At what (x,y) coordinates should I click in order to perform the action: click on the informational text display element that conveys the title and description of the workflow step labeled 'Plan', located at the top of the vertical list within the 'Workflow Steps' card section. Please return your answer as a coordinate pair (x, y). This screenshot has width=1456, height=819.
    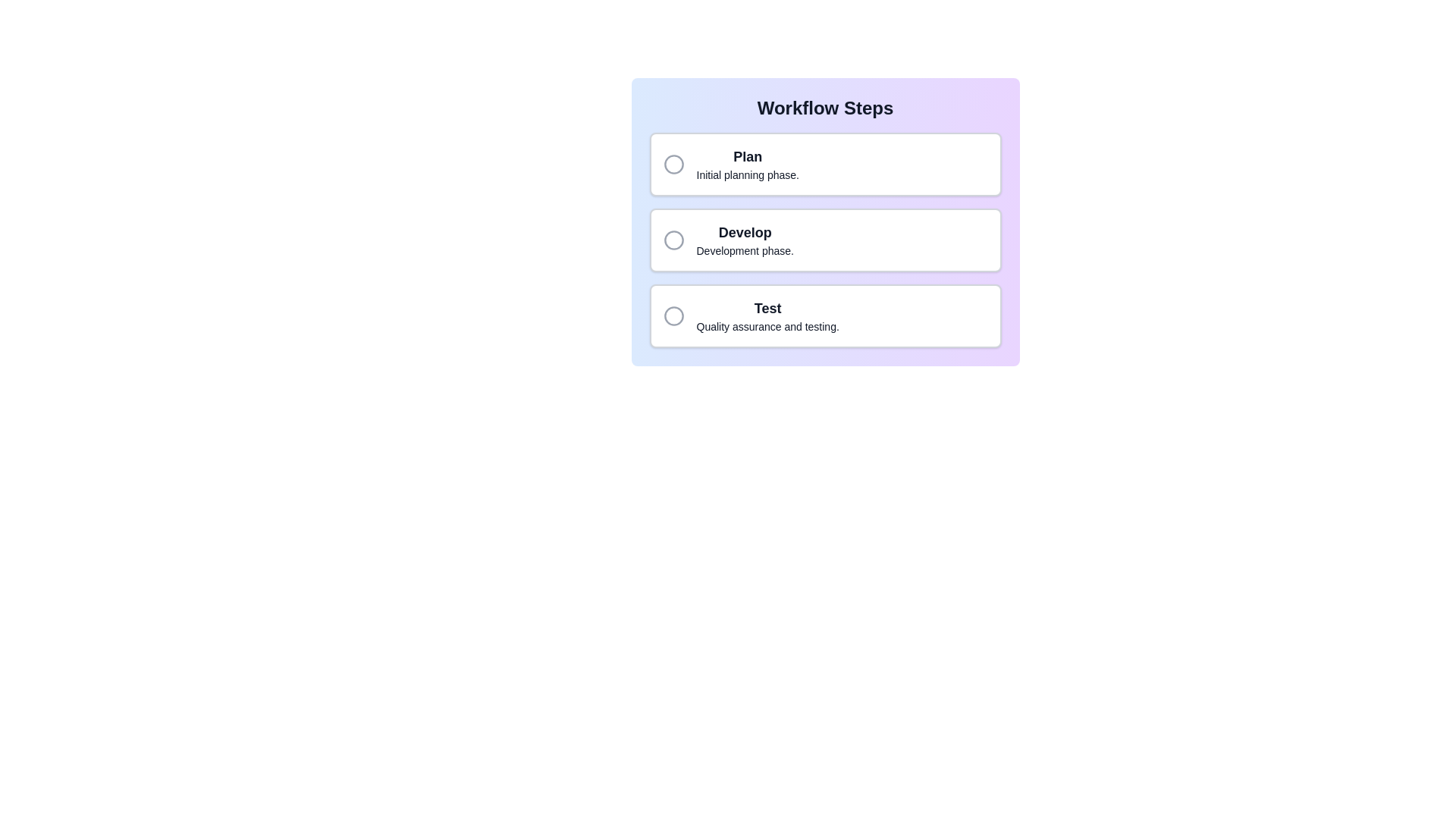
    Looking at the image, I should click on (748, 164).